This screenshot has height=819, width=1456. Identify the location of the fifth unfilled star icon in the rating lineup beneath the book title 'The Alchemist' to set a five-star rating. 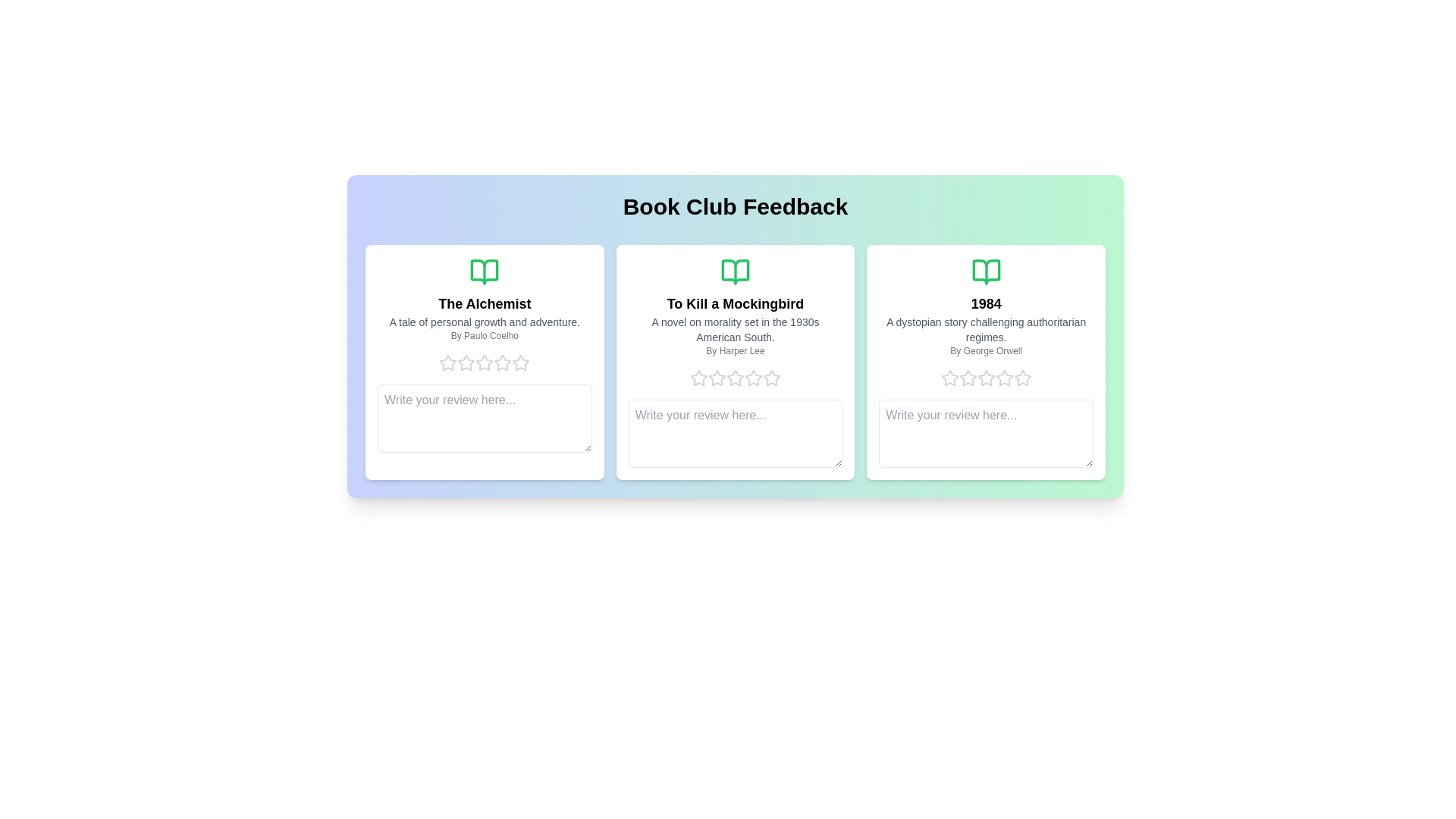
(521, 362).